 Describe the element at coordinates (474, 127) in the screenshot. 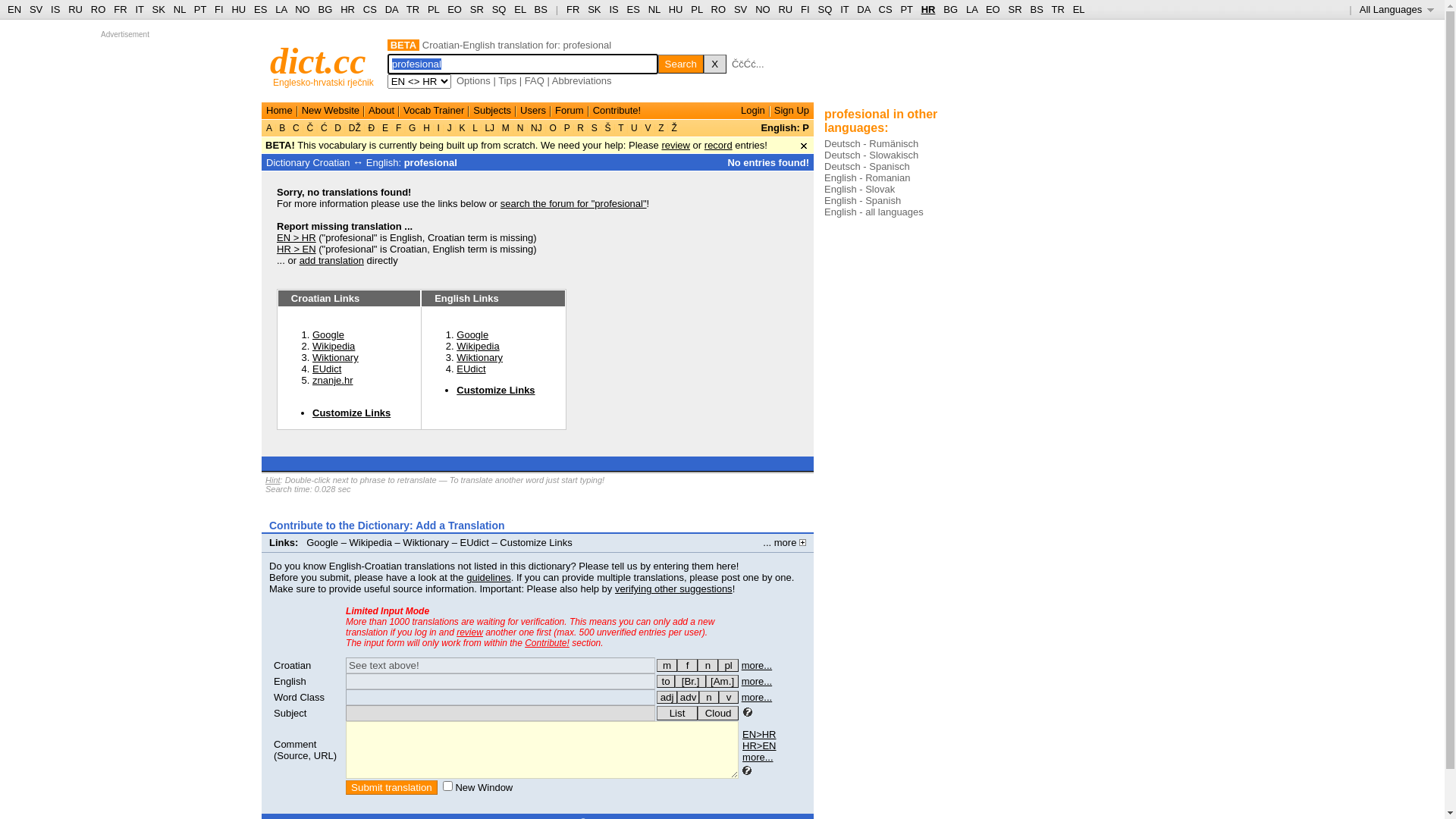

I see `'L'` at that location.